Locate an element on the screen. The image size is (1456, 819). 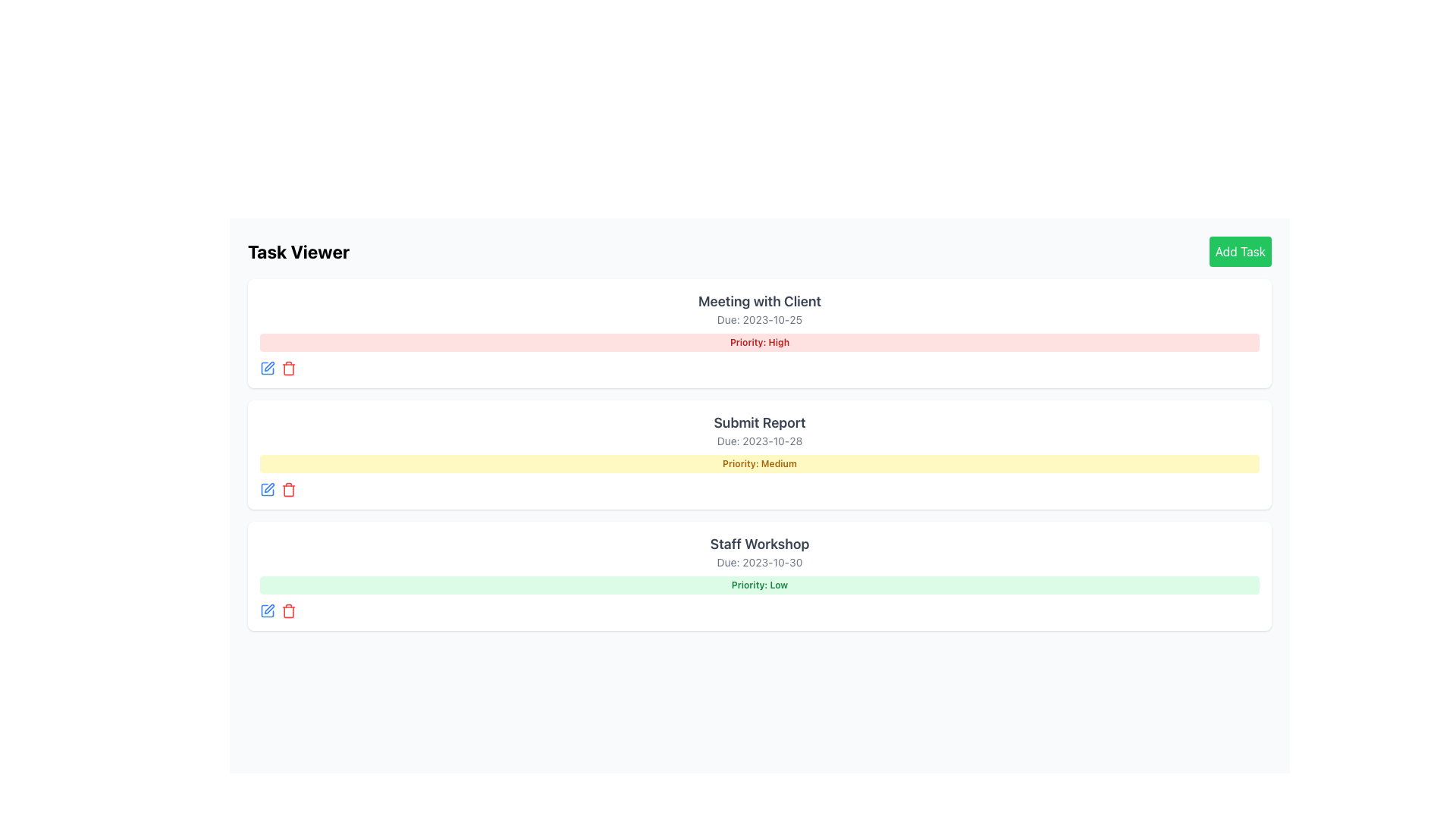
the text label displaying 'Due: 2023-10-30' which is located under the heading 'Staff Workshop' and above the 'Priority: Low' text block is located at coordinates (760, 562).